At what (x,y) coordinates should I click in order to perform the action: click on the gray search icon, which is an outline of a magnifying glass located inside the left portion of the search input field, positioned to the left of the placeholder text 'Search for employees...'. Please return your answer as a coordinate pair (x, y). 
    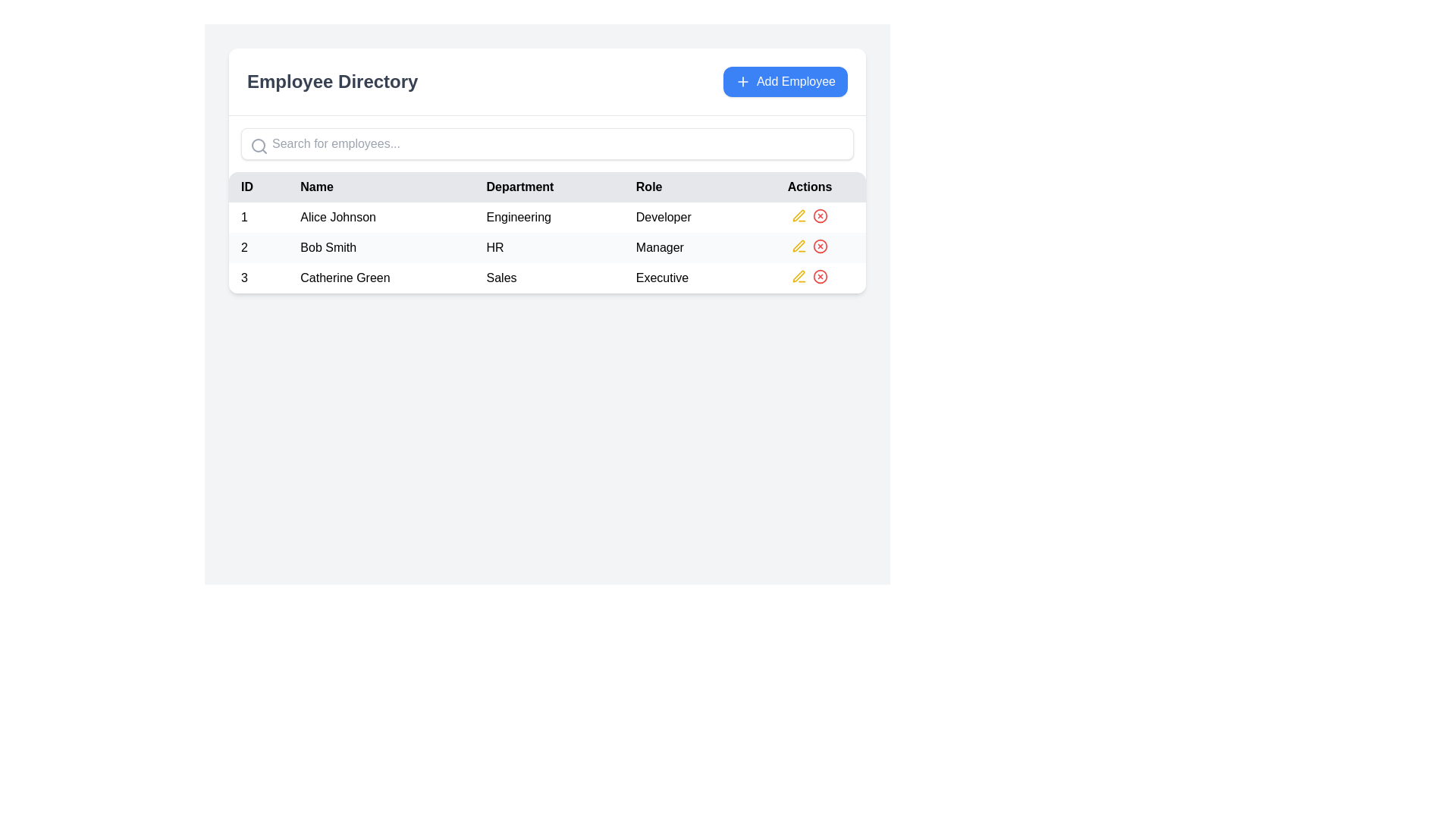
    Looking at the image, I should click on (259, 146).